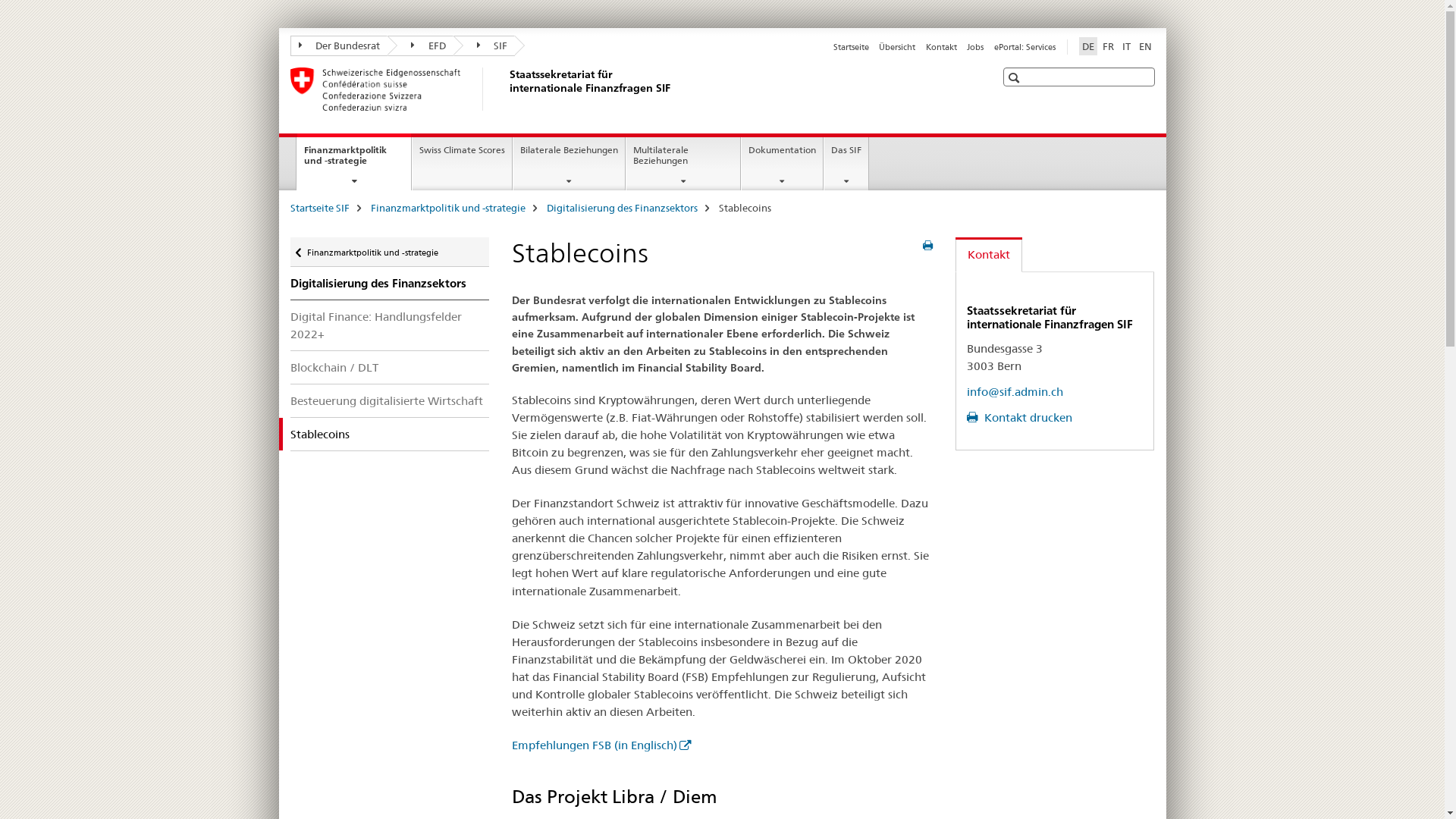  What do you see at coordinates (782, 164) in the screenshot?
I see `'Dokumentation'` at bounding box center [782, 164].